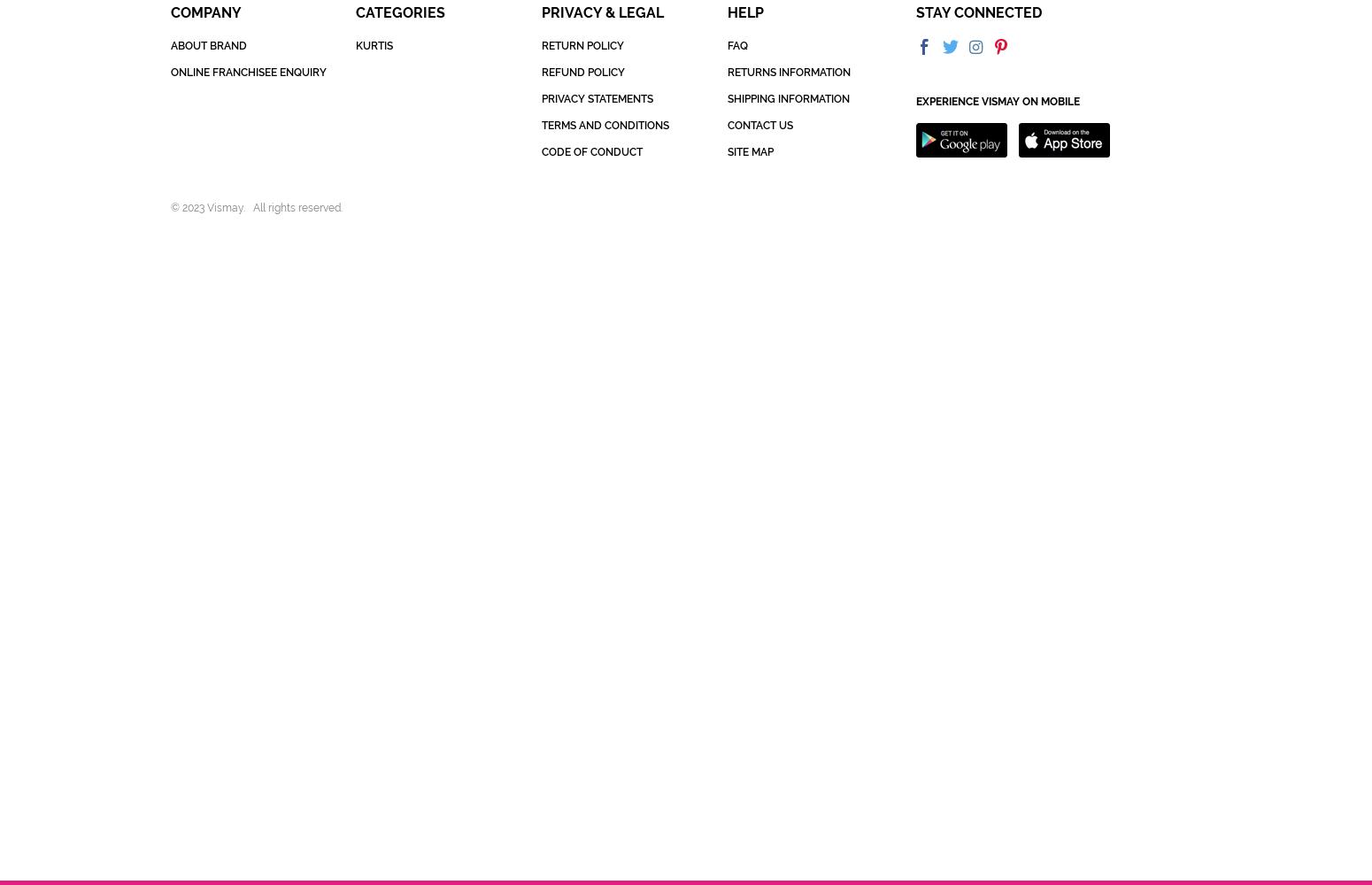  What do you see at coordinates (603, 126) in the screenshot?
I see `'Terms and Conditions'` at bounding box center [603, 126].